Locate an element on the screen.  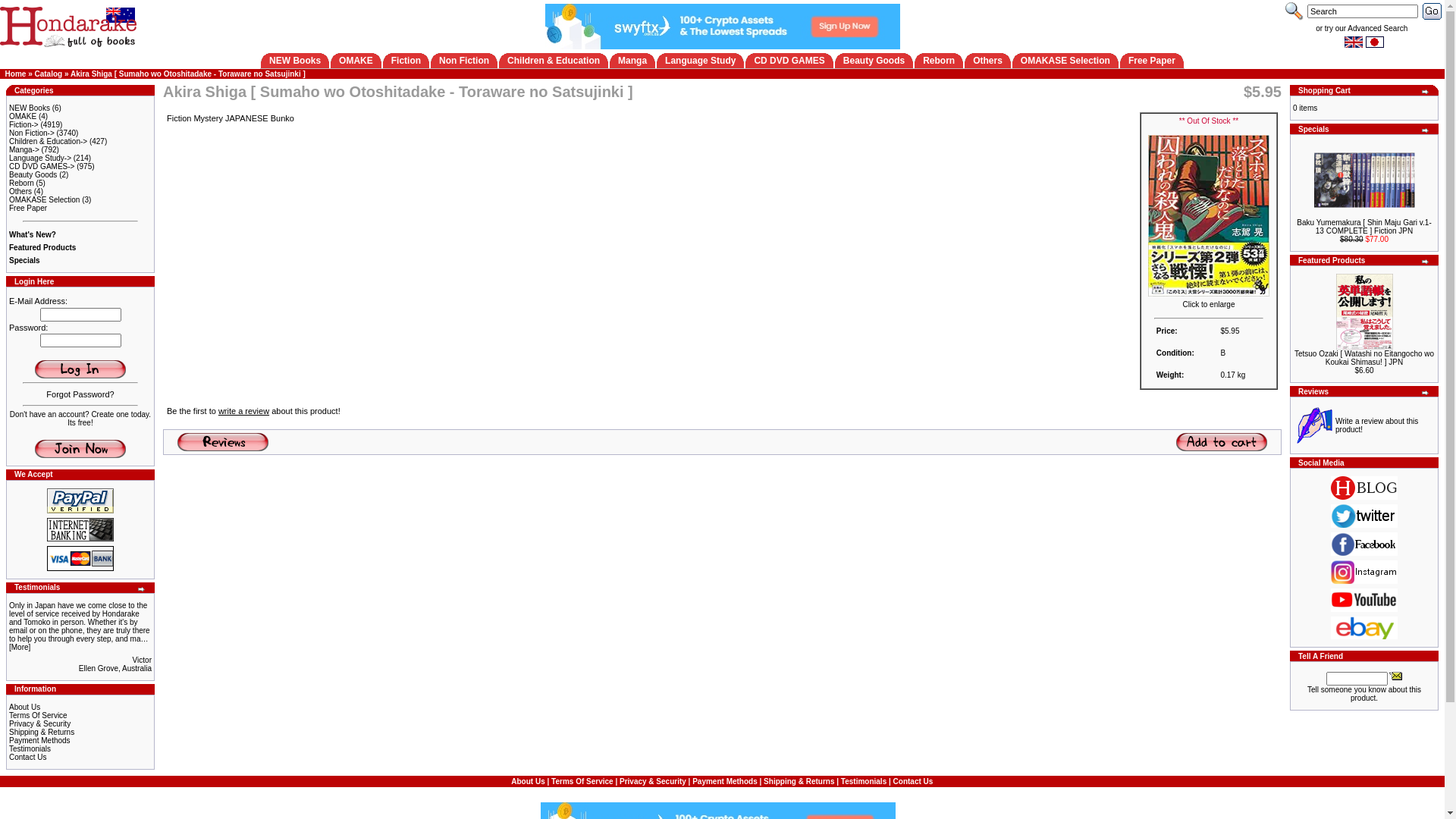
'write a review' is located at coordinates (243, 411).